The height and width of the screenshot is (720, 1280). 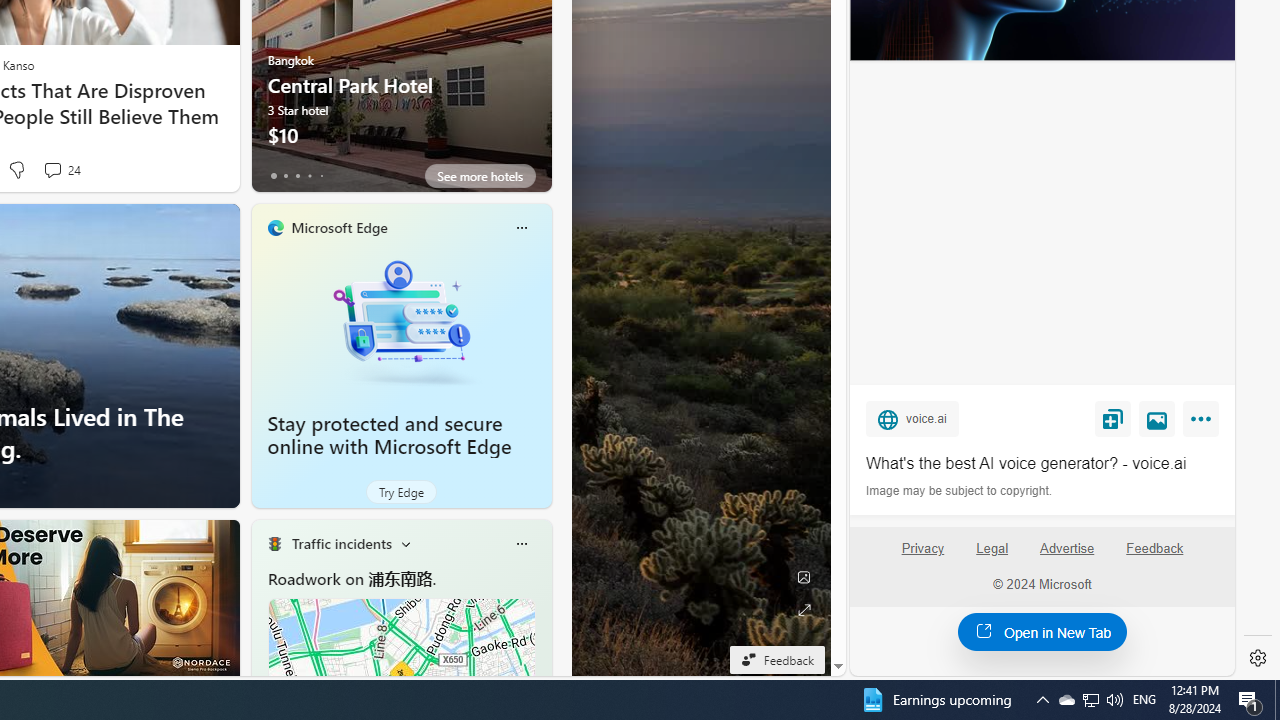 I want to click on 'Try Edge', so click(x=400, y=492).